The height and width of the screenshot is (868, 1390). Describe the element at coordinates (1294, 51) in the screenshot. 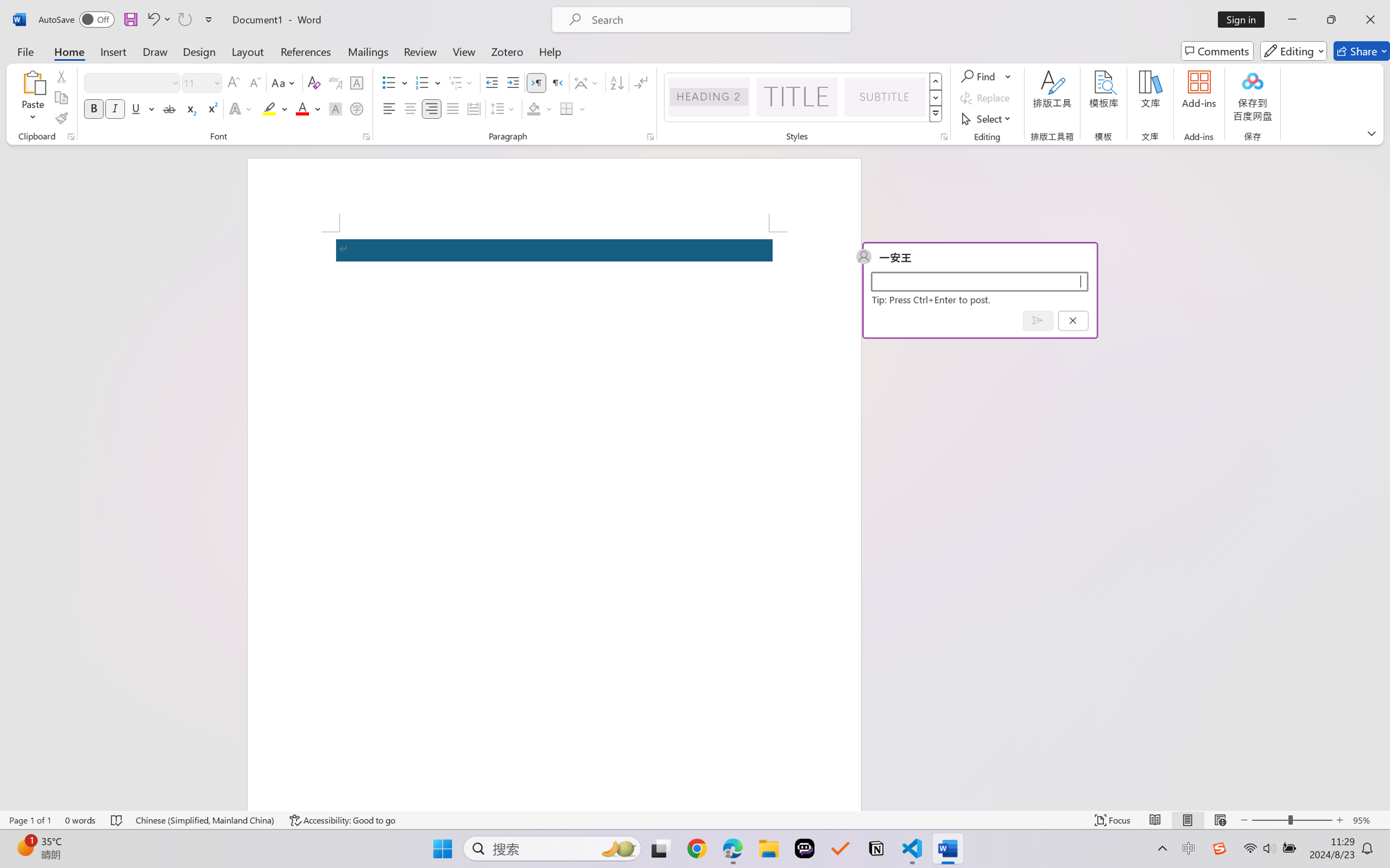

I see `'Editing'` at that location.